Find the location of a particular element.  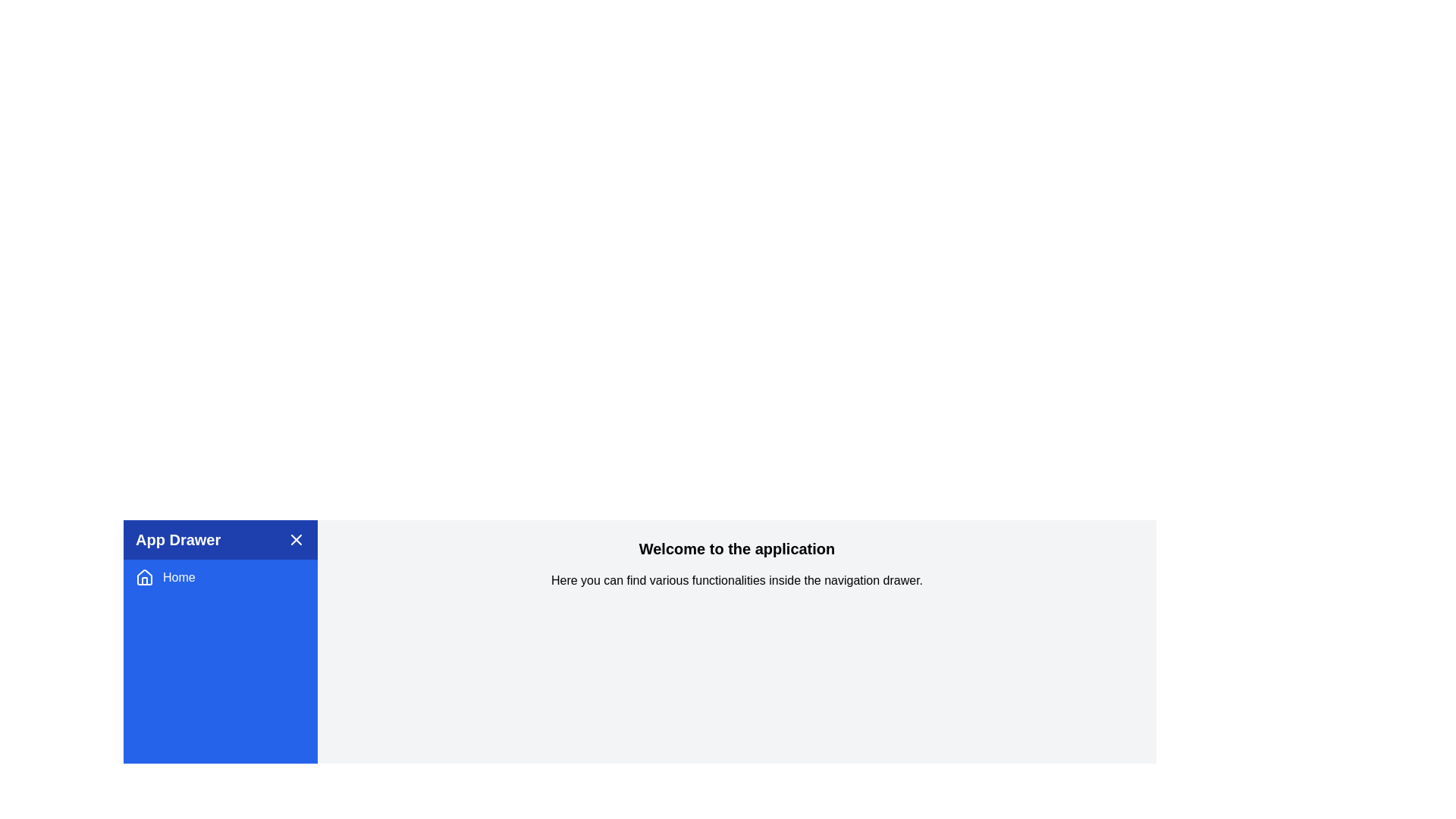

'Home' icon located in the left-side navigation drawer, which serves as a link to the home page or main dashboard is located at coordinates (145, 576).